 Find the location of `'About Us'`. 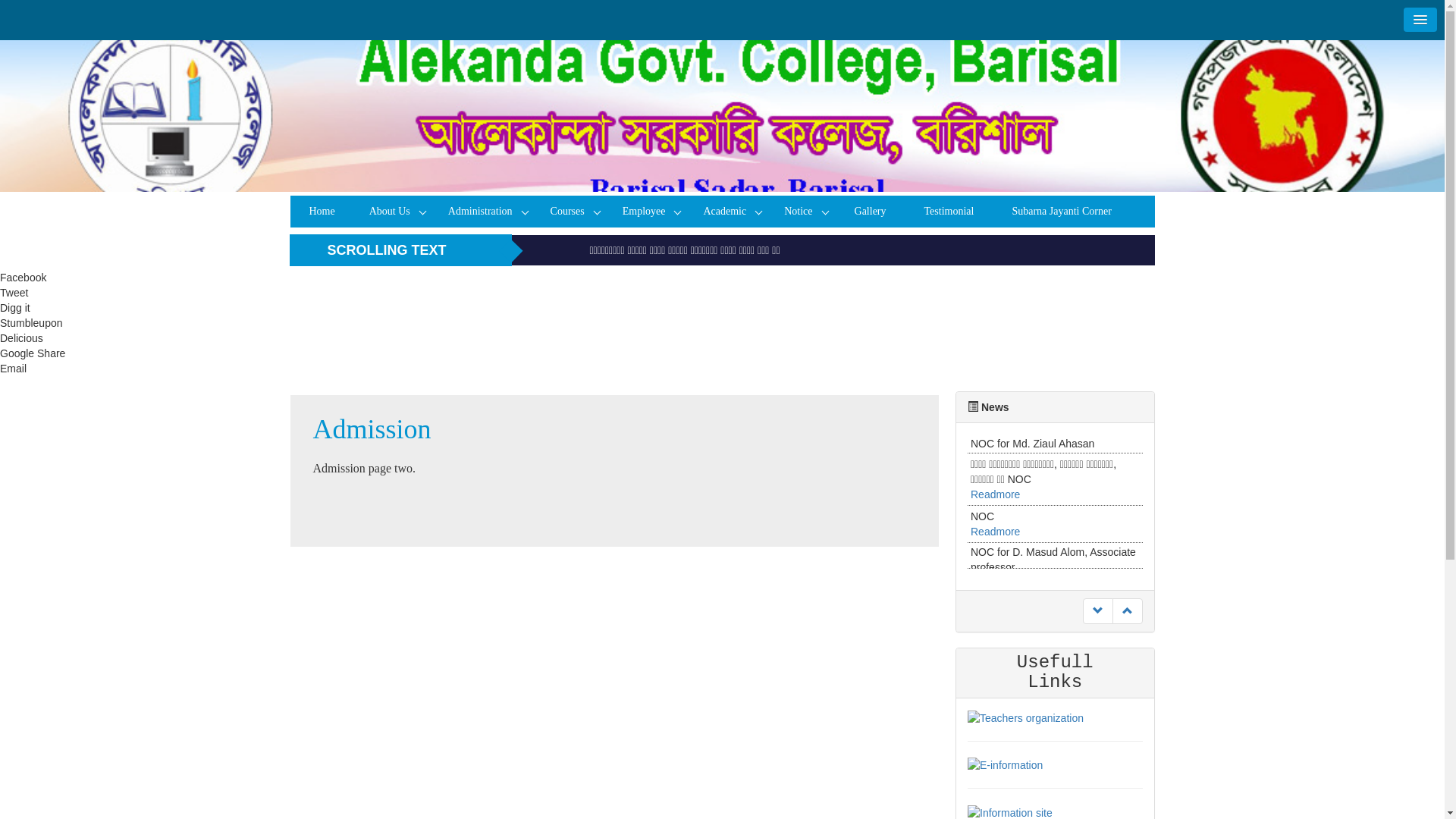

'About Us' is located at coordinates (393, 211).